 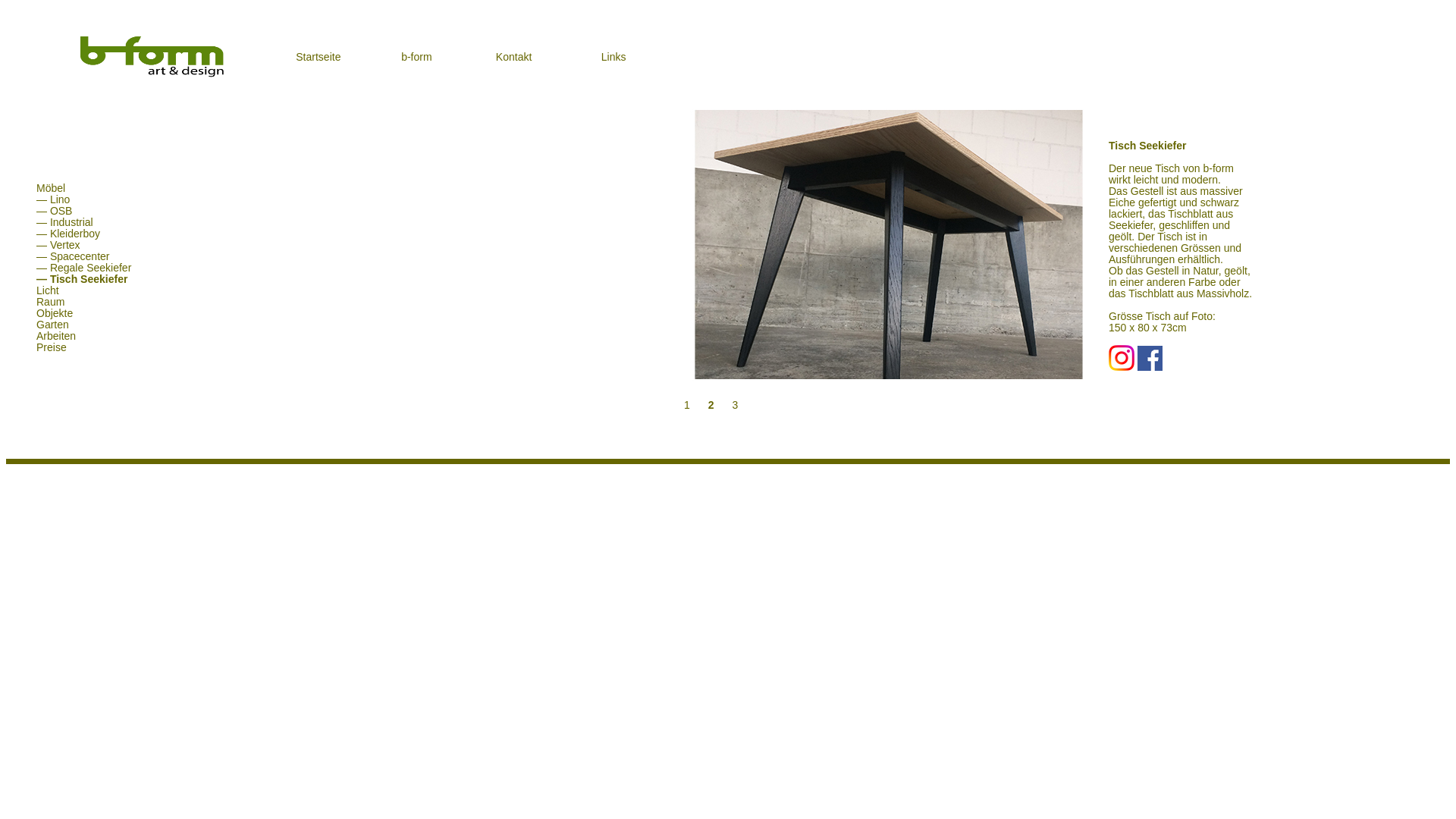 I want to click on 'Arbeiten', so click(x=48, y=335).